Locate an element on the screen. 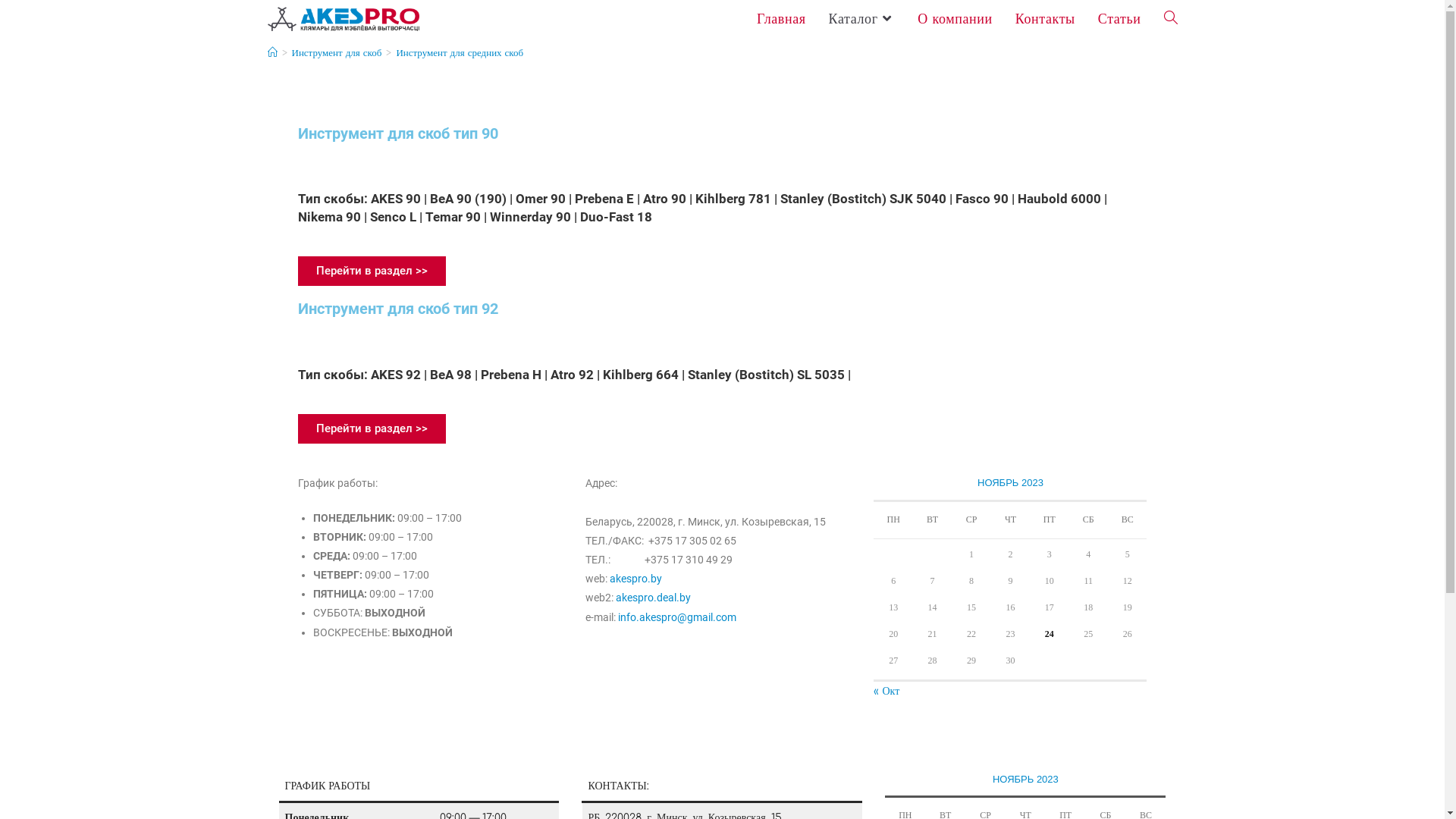 The width and height of the screenshot is (1456, 819). 'akespro.deal.by' is located at coordinates (615, 596).